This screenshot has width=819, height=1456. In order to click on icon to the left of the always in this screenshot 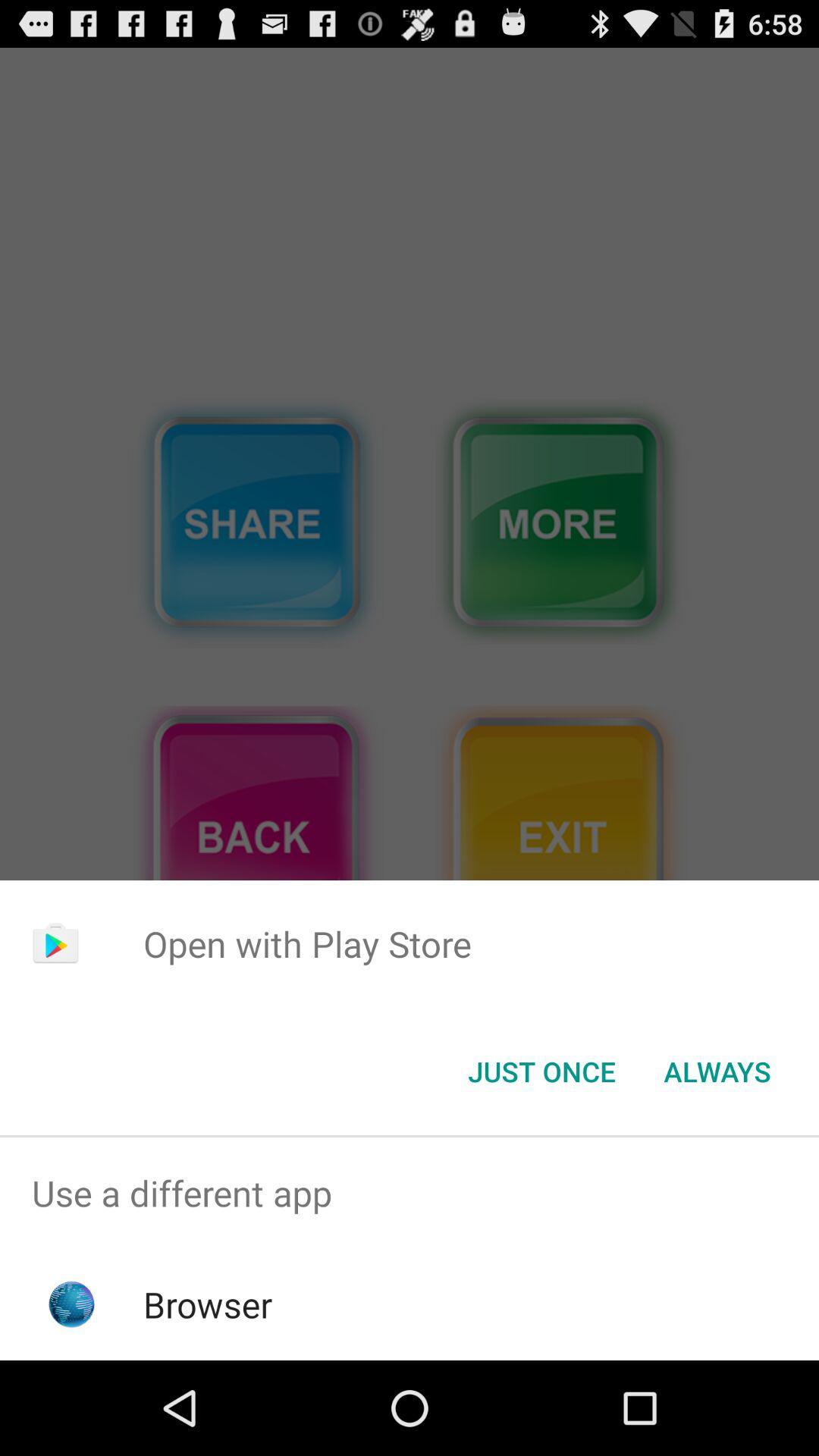, I will do `click(541, 1070)`.